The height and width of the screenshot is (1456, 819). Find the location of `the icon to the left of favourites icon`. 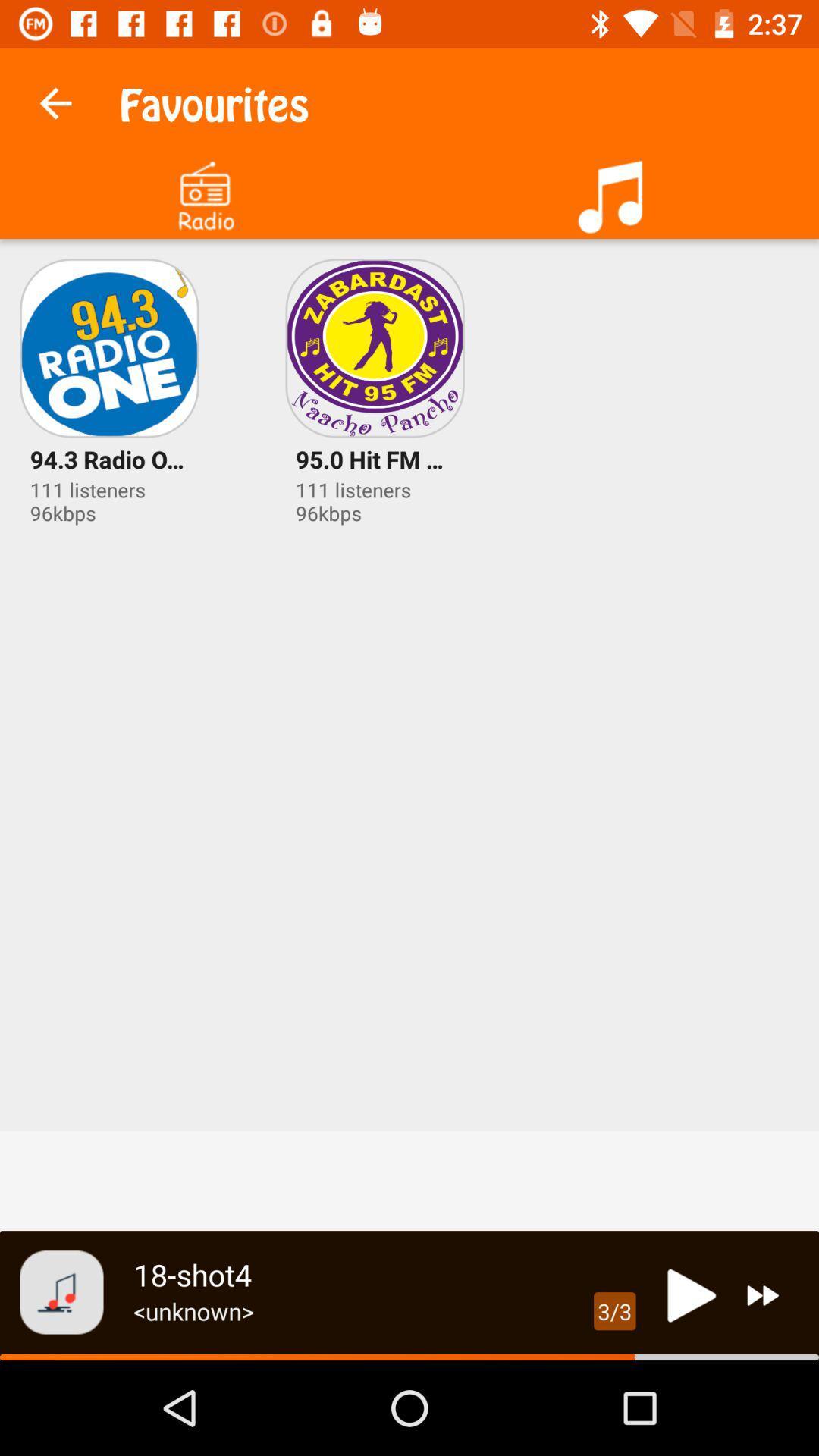

the icon to the left of favourites icon is located at coordinates (55, 99).